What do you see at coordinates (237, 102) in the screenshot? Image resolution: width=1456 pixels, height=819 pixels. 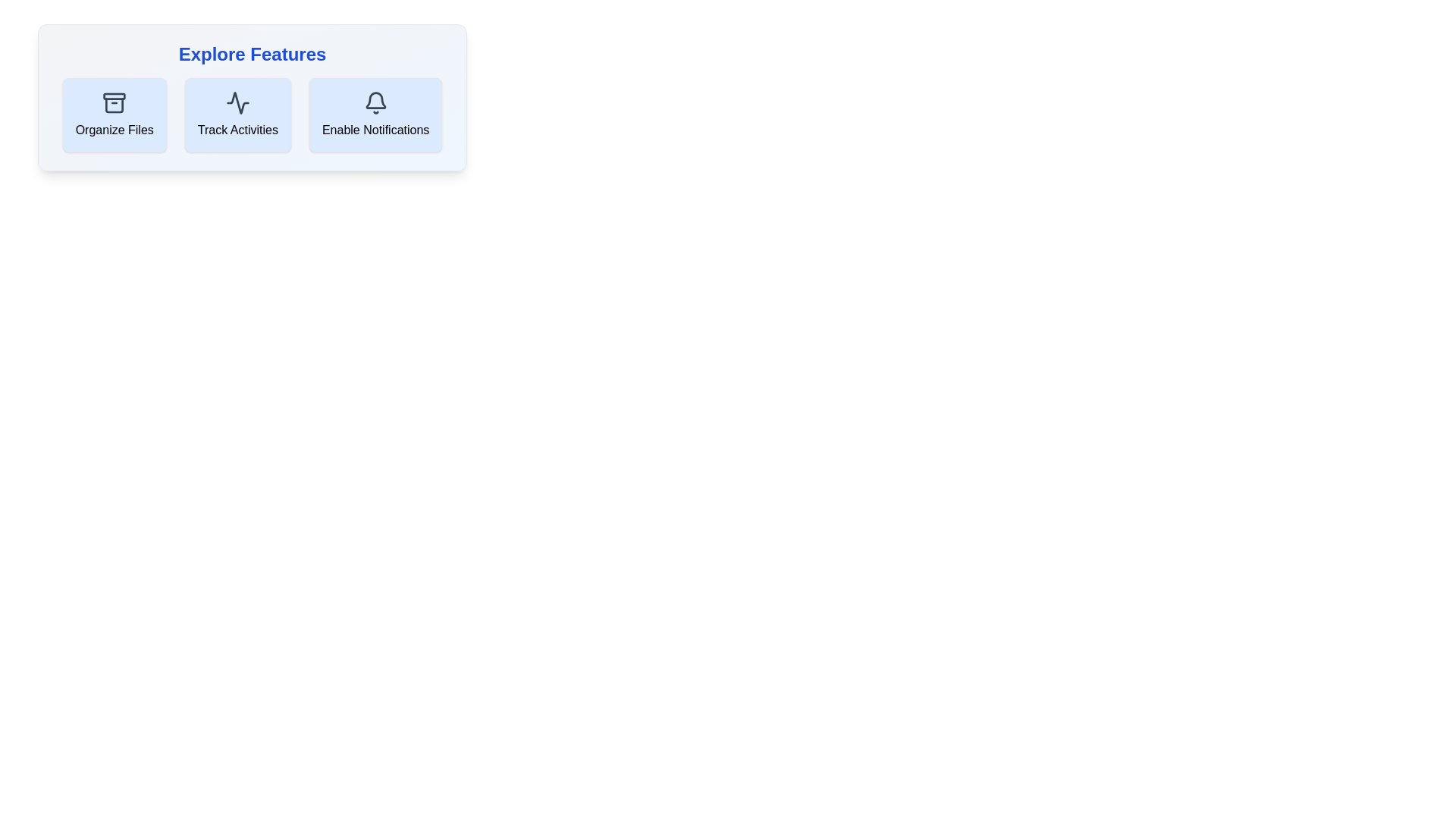 I see `the 'Track Activities' button which contains the SVG icon representing activity tracking` at bounding box center [237, 102].